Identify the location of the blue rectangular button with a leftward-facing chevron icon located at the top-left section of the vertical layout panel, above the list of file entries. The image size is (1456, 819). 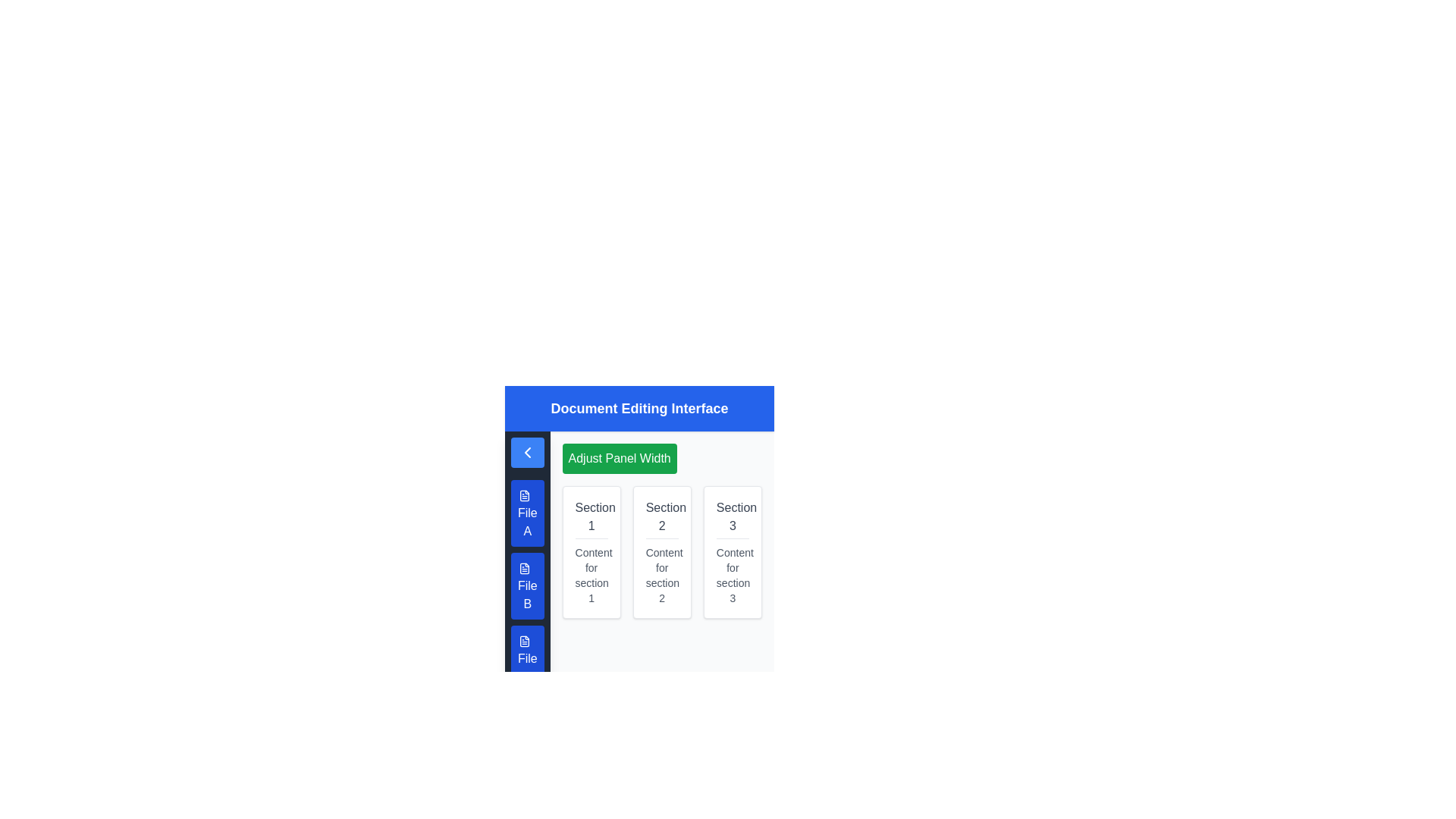
(527, 452).